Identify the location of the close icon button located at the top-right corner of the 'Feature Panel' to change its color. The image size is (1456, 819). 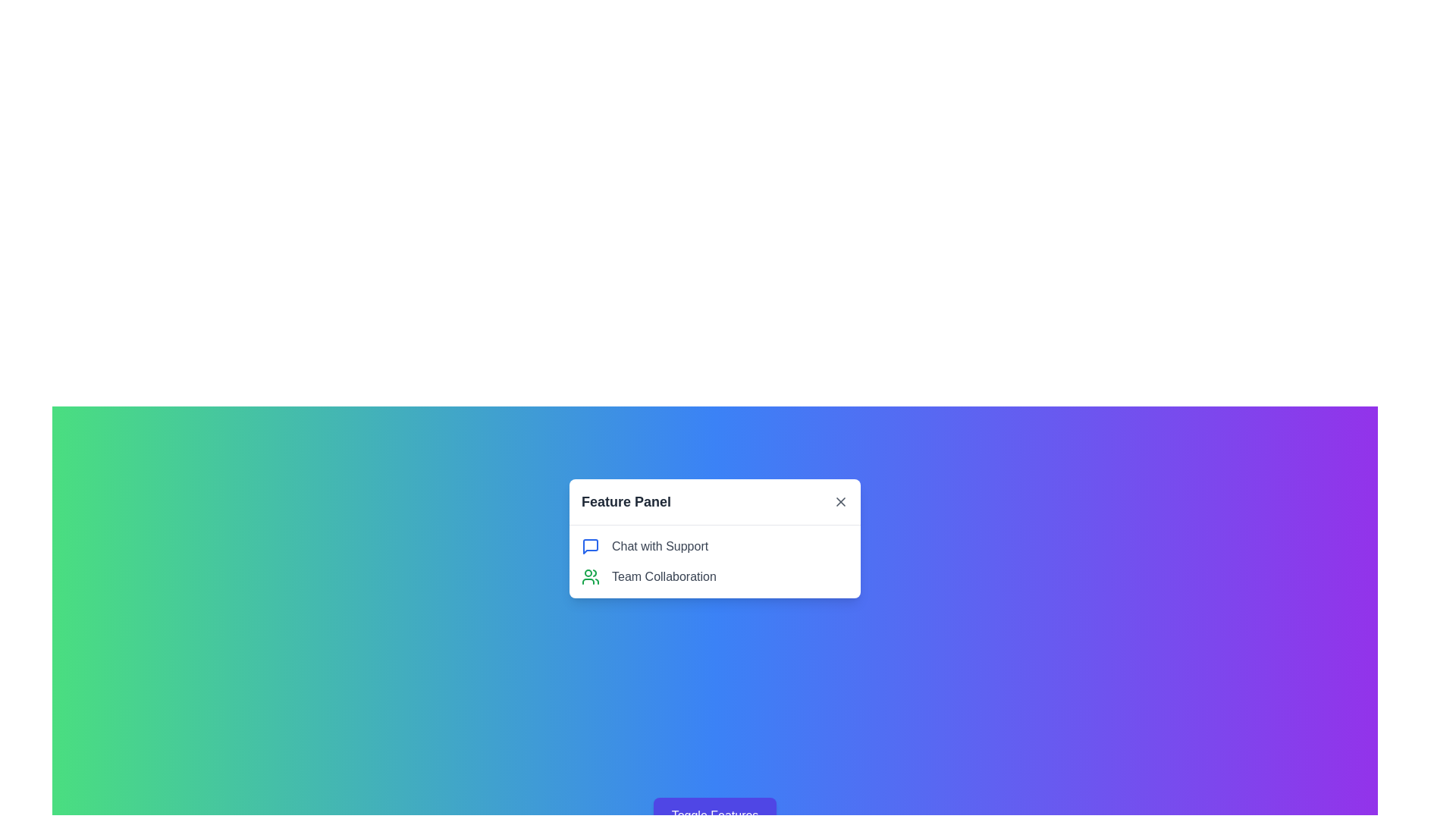
(839, 502).